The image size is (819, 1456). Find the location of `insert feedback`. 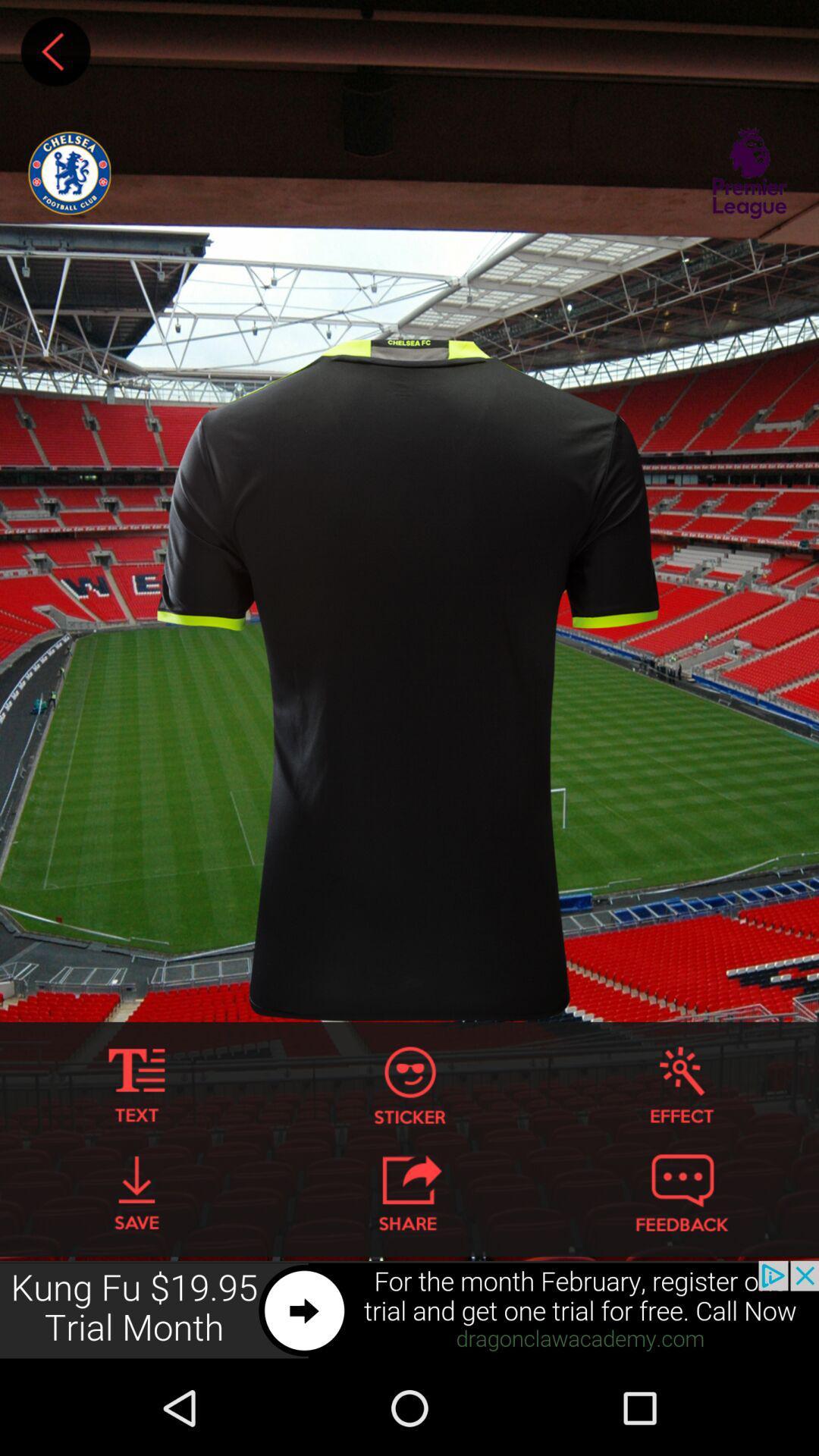

insert feedback is located at coordinates (681, 1192).